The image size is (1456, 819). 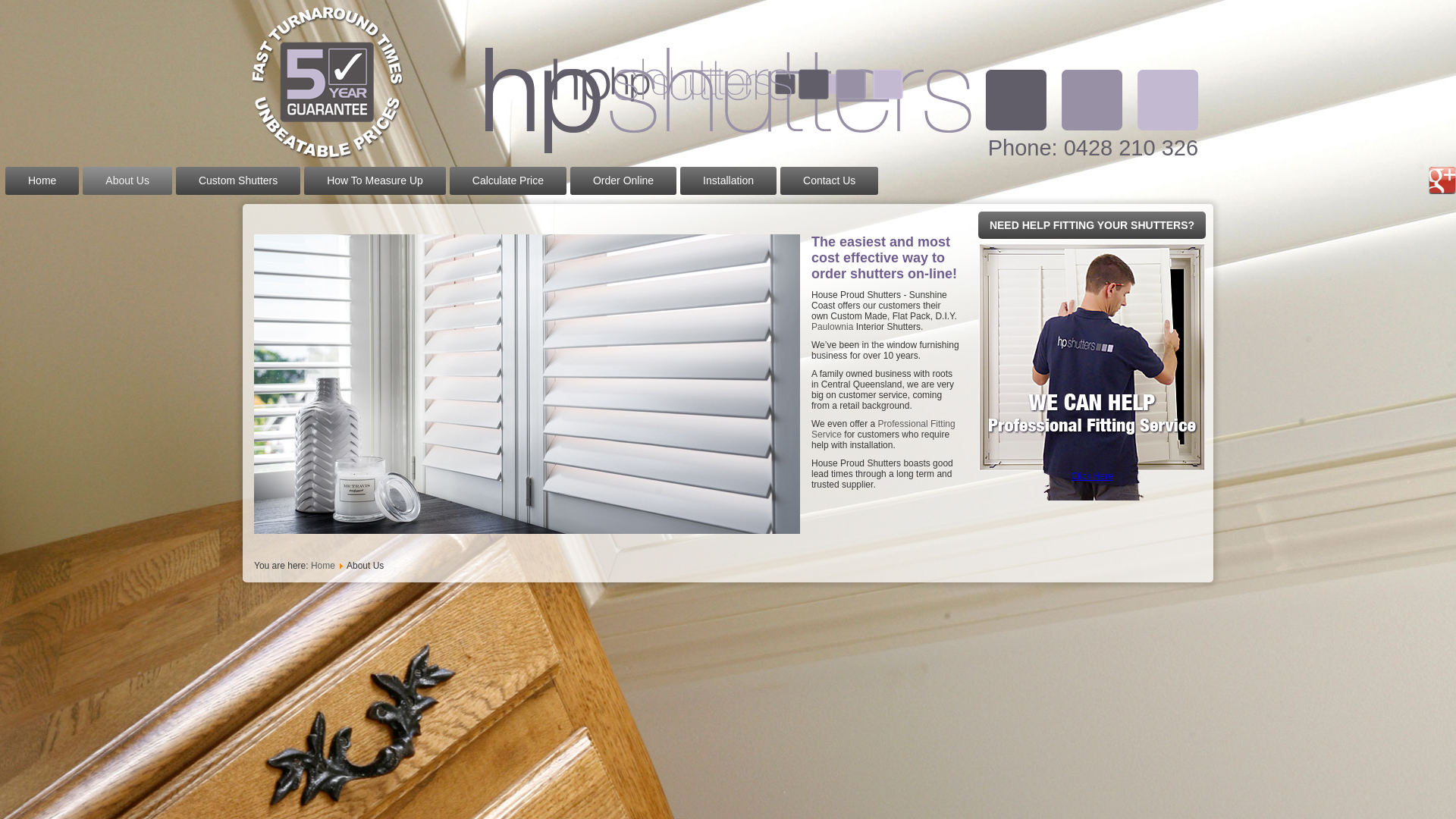 What do you see at coordinates (883, 429) in the screenshot?
I see `'Professional Fitting Service'` at bounding box center [883, 429].